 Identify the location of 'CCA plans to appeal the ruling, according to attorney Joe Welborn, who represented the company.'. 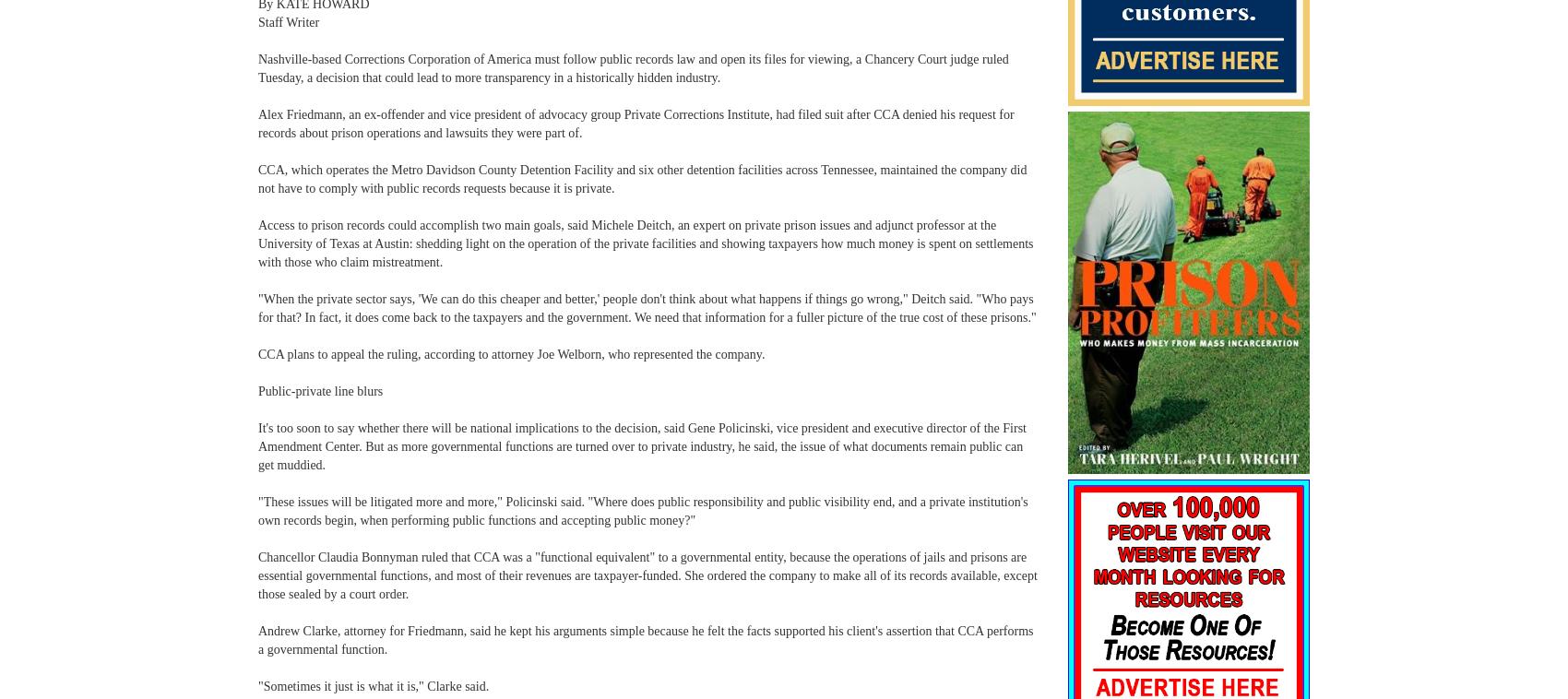
(510, 353).